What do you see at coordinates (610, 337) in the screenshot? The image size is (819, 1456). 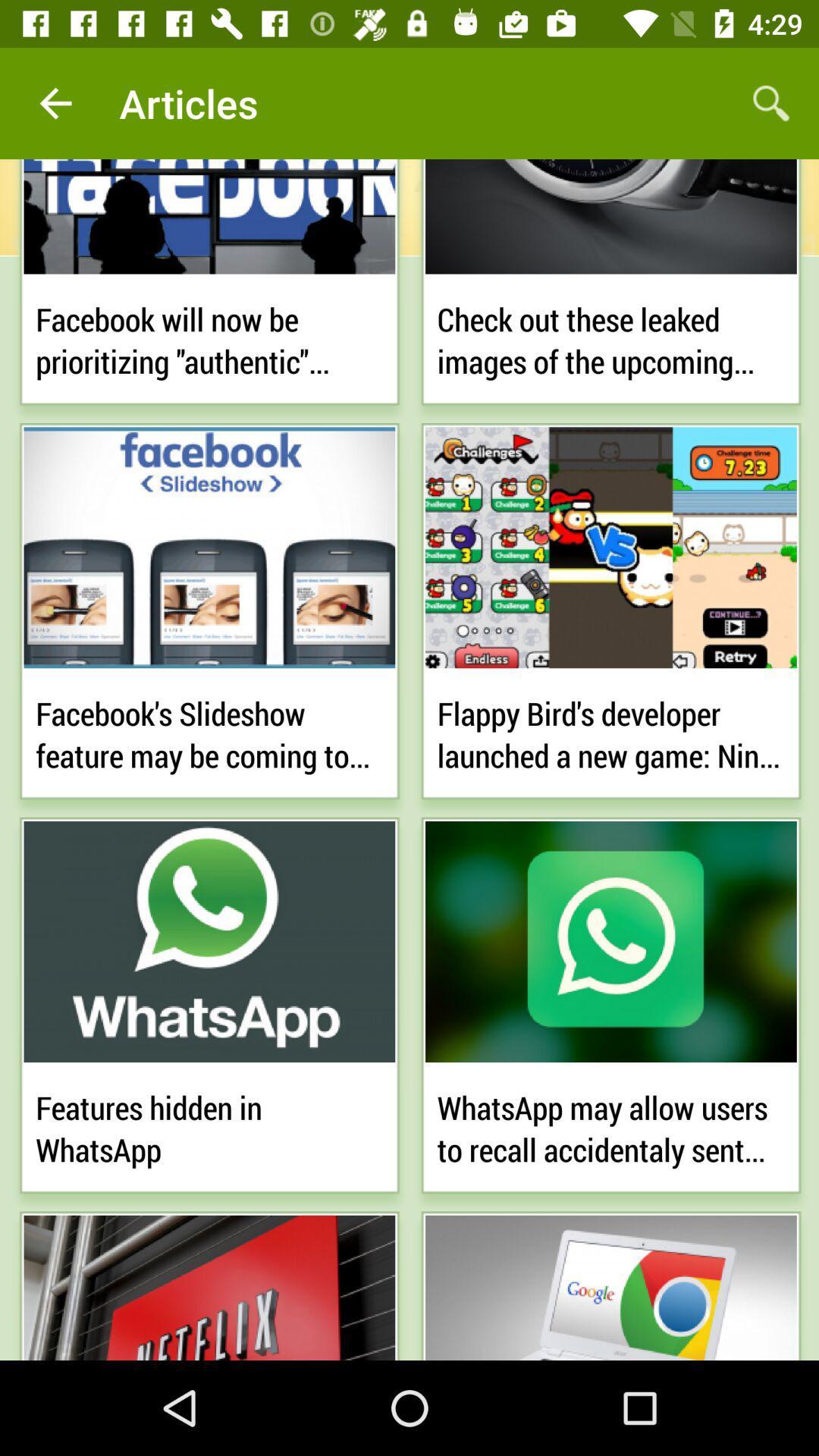 I see `the check out these item` at bounding box center [610, 337].